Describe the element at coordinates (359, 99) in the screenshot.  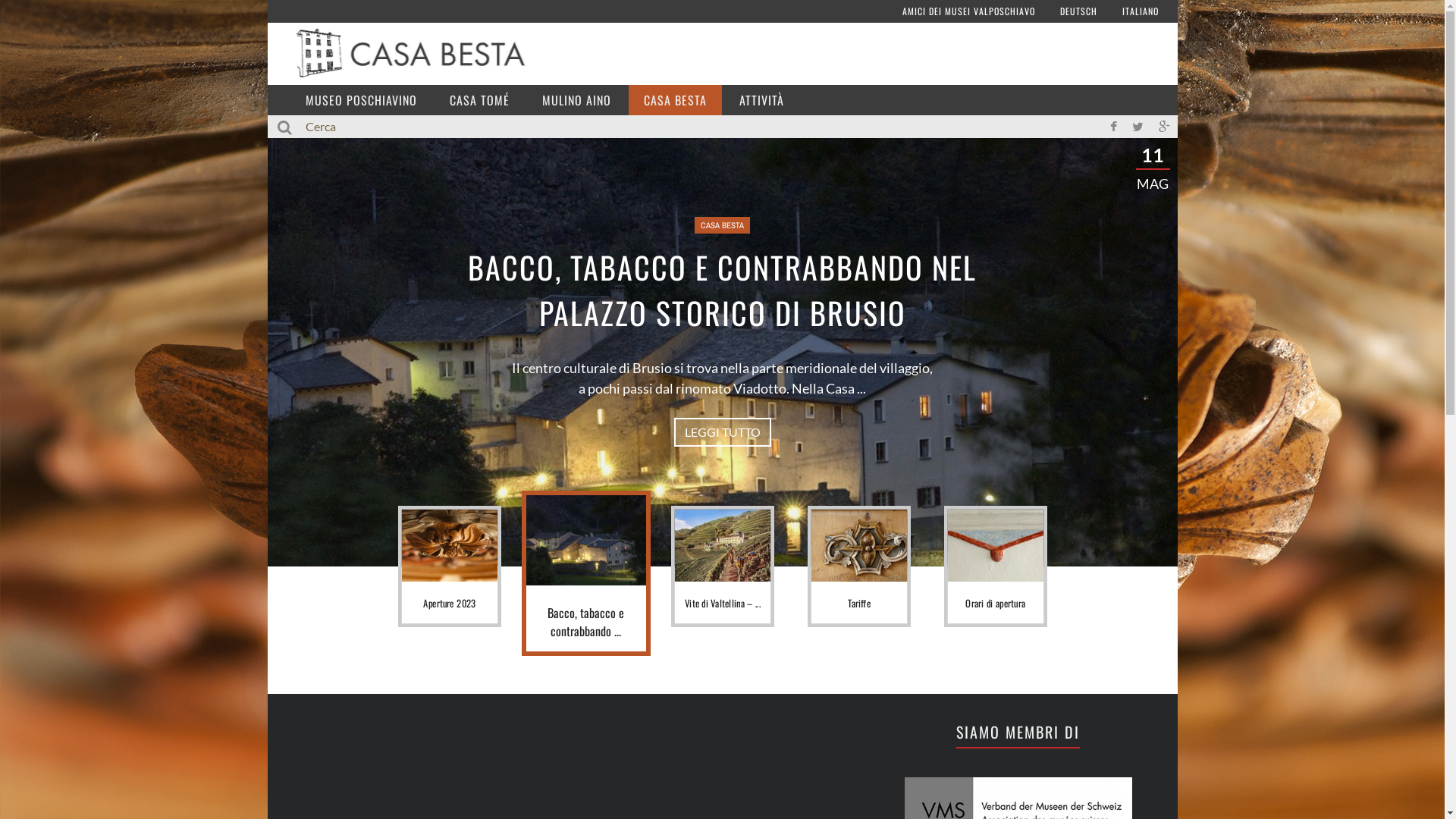
I see `'MUSEO POSCHIAVINO'` at that location.